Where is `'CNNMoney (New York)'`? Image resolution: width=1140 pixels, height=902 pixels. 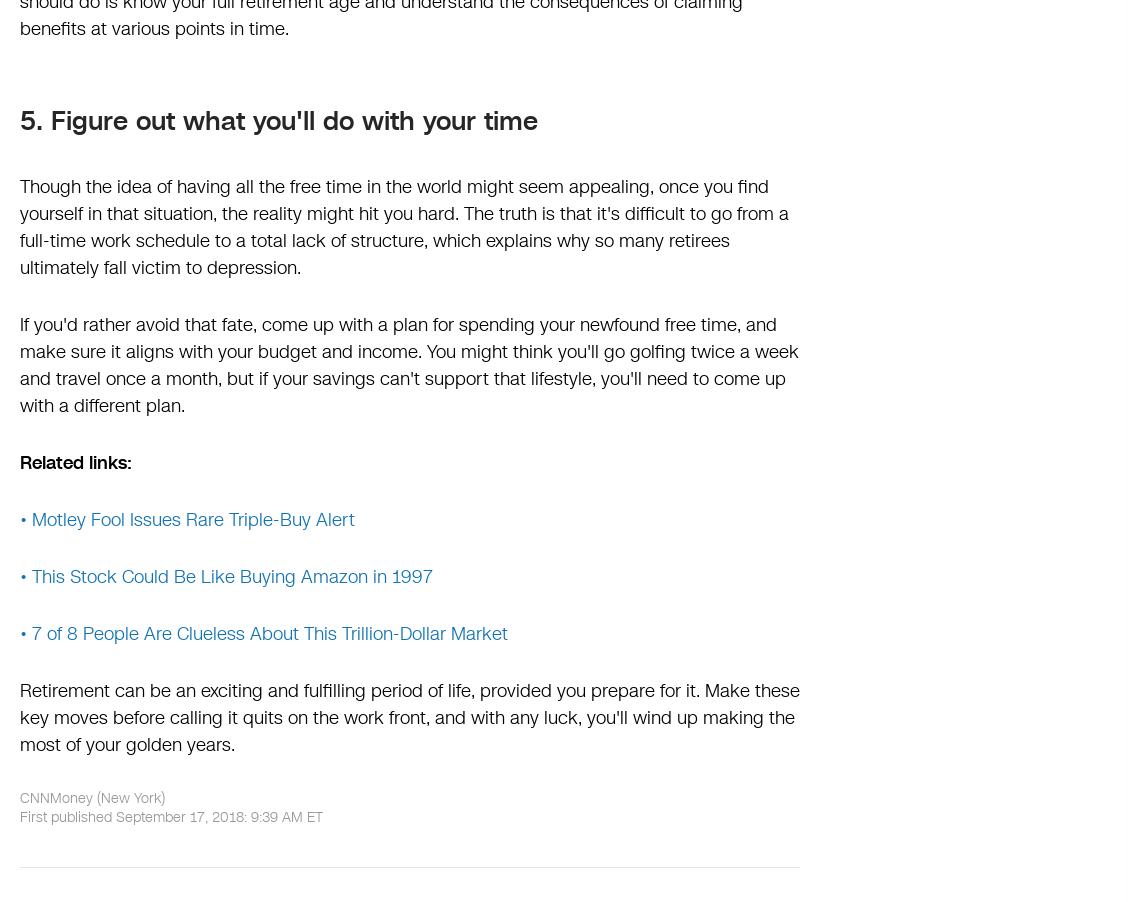 'CNNMoney (New York)' is located at coordinates (91, 797).